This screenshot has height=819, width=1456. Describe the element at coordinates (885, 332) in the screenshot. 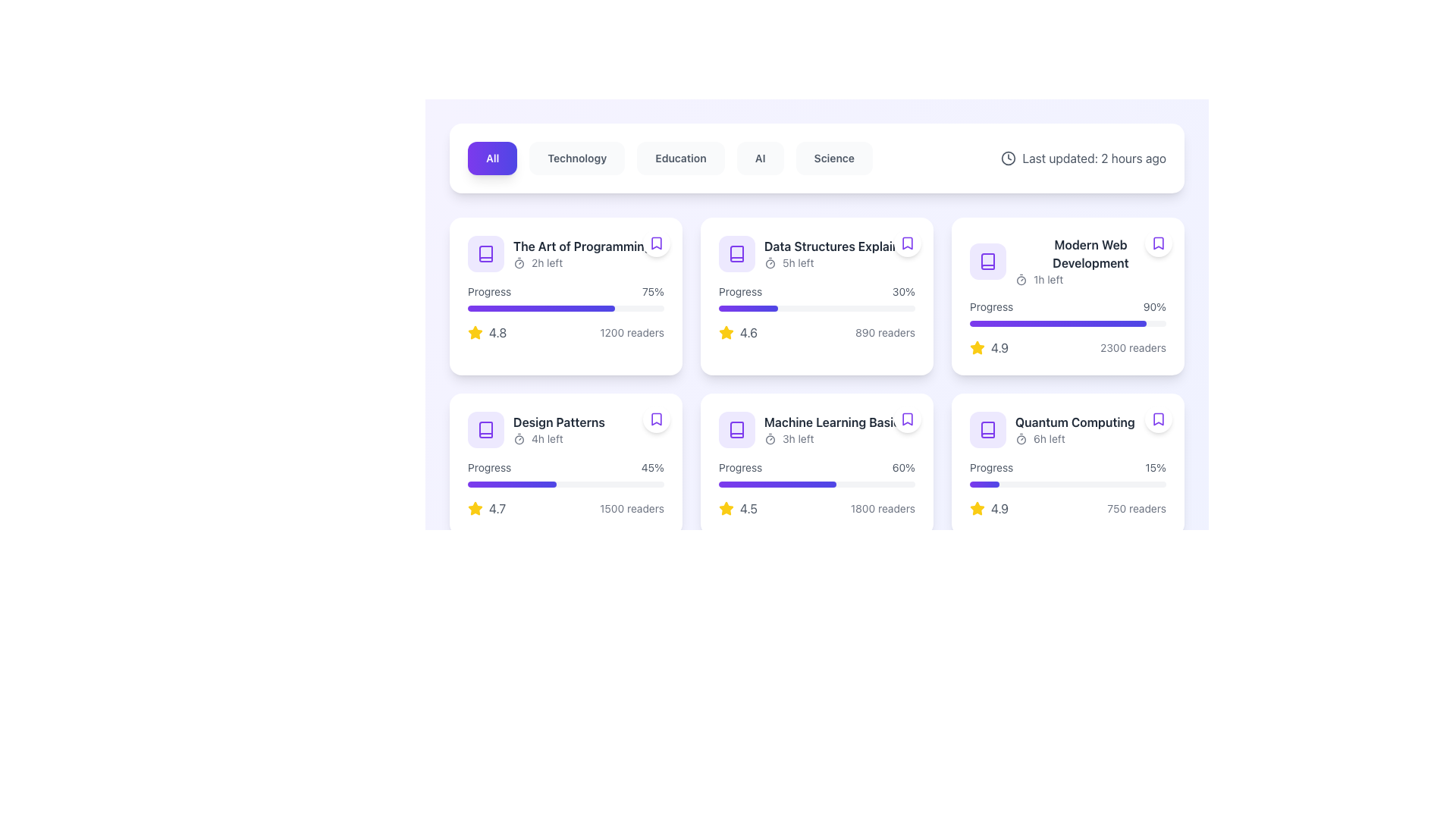

I see `information displayed in the text element located at the bottom of the 'Data Structures Explained' card, which indicates the number of readers for the associated topic` at that location.